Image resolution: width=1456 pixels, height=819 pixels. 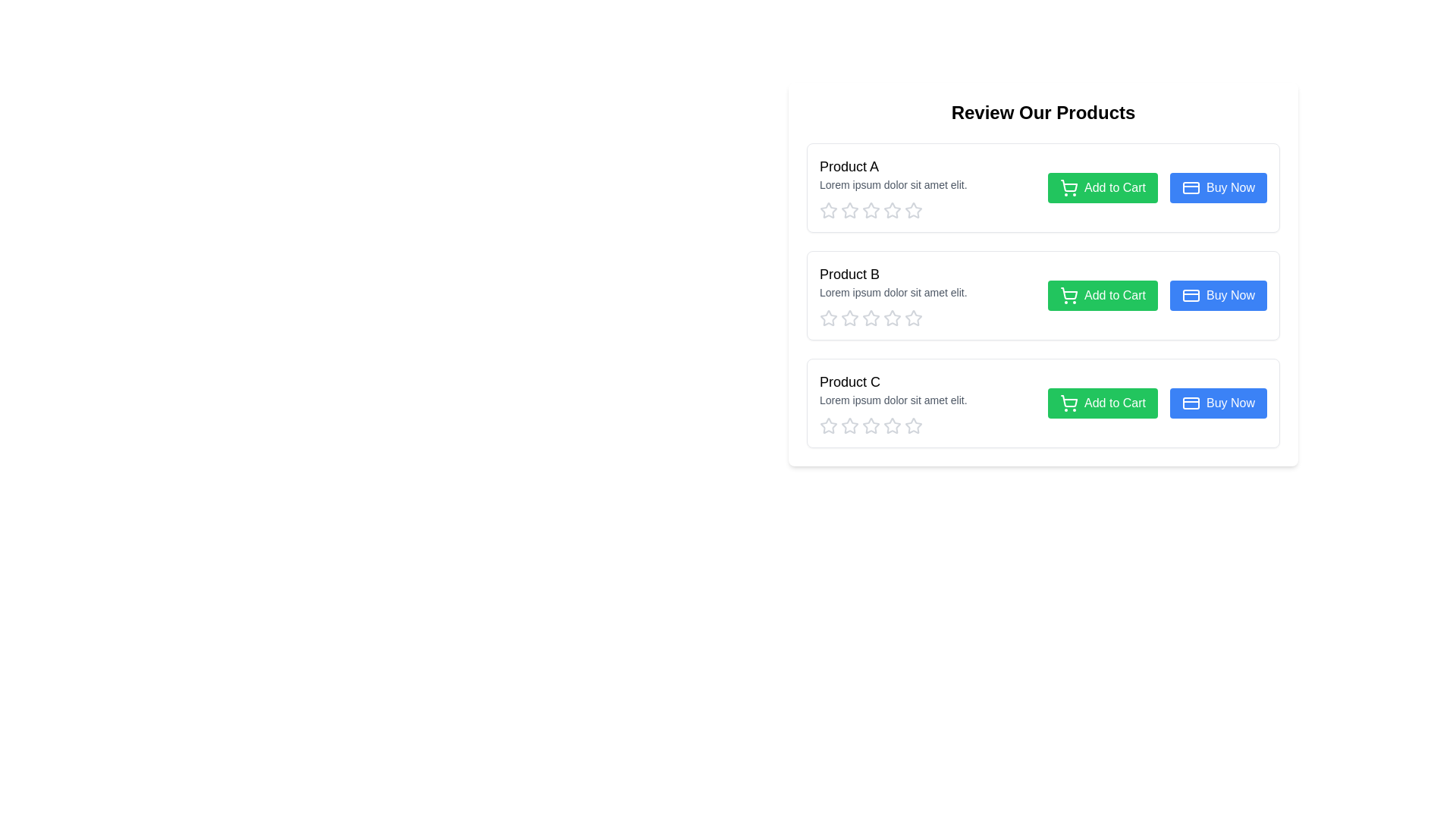 What do you see at coordinates (848, 317) in the screenshot?
I see `the second star icon in the rating system for 'Product B' to give a partial rating` at bounding box center [848, 317].